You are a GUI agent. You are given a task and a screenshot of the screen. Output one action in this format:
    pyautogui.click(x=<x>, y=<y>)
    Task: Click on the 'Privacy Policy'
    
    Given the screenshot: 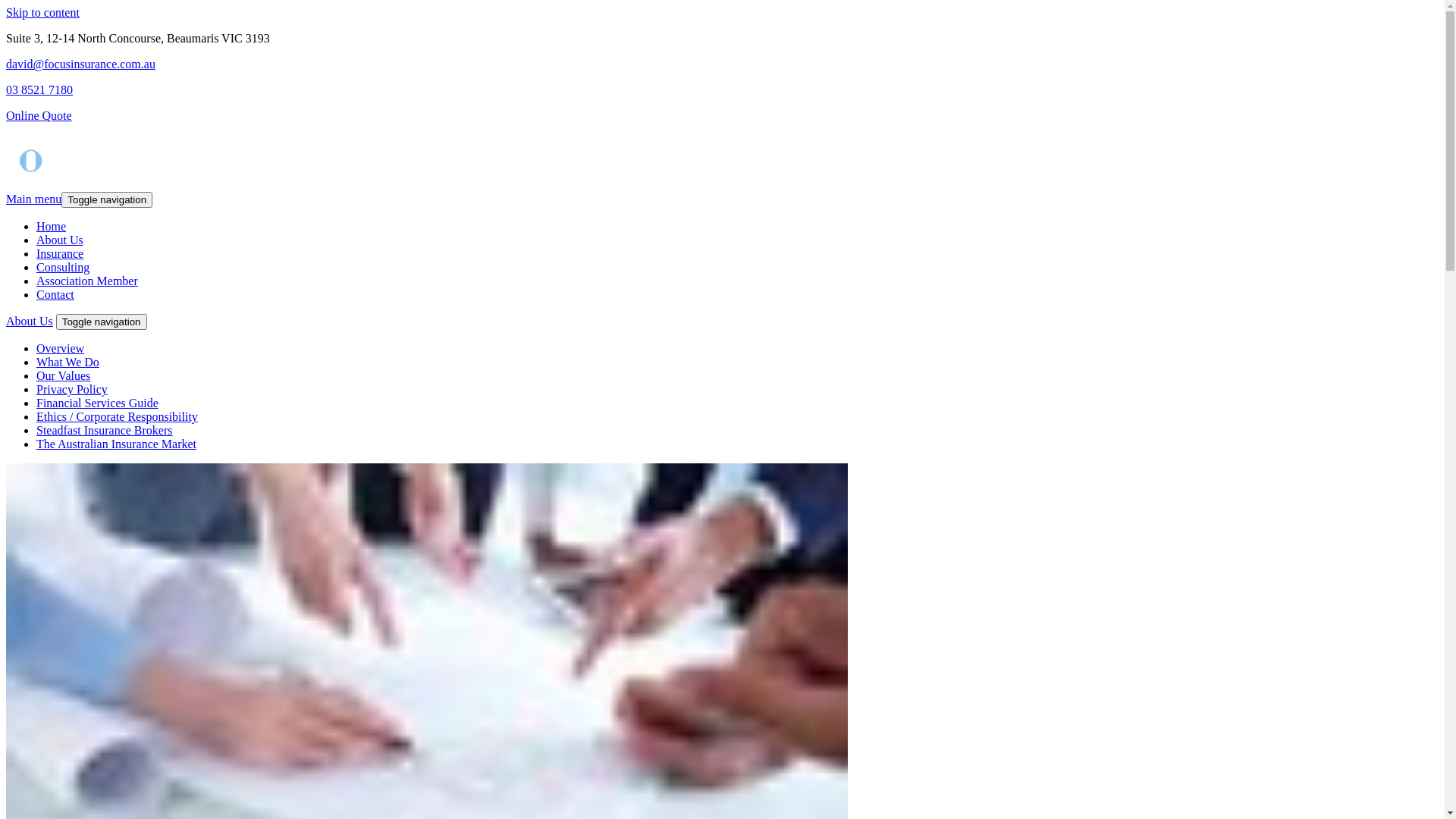 What is the action you would take?
    pyautogui.click(x=71, y=388)
    